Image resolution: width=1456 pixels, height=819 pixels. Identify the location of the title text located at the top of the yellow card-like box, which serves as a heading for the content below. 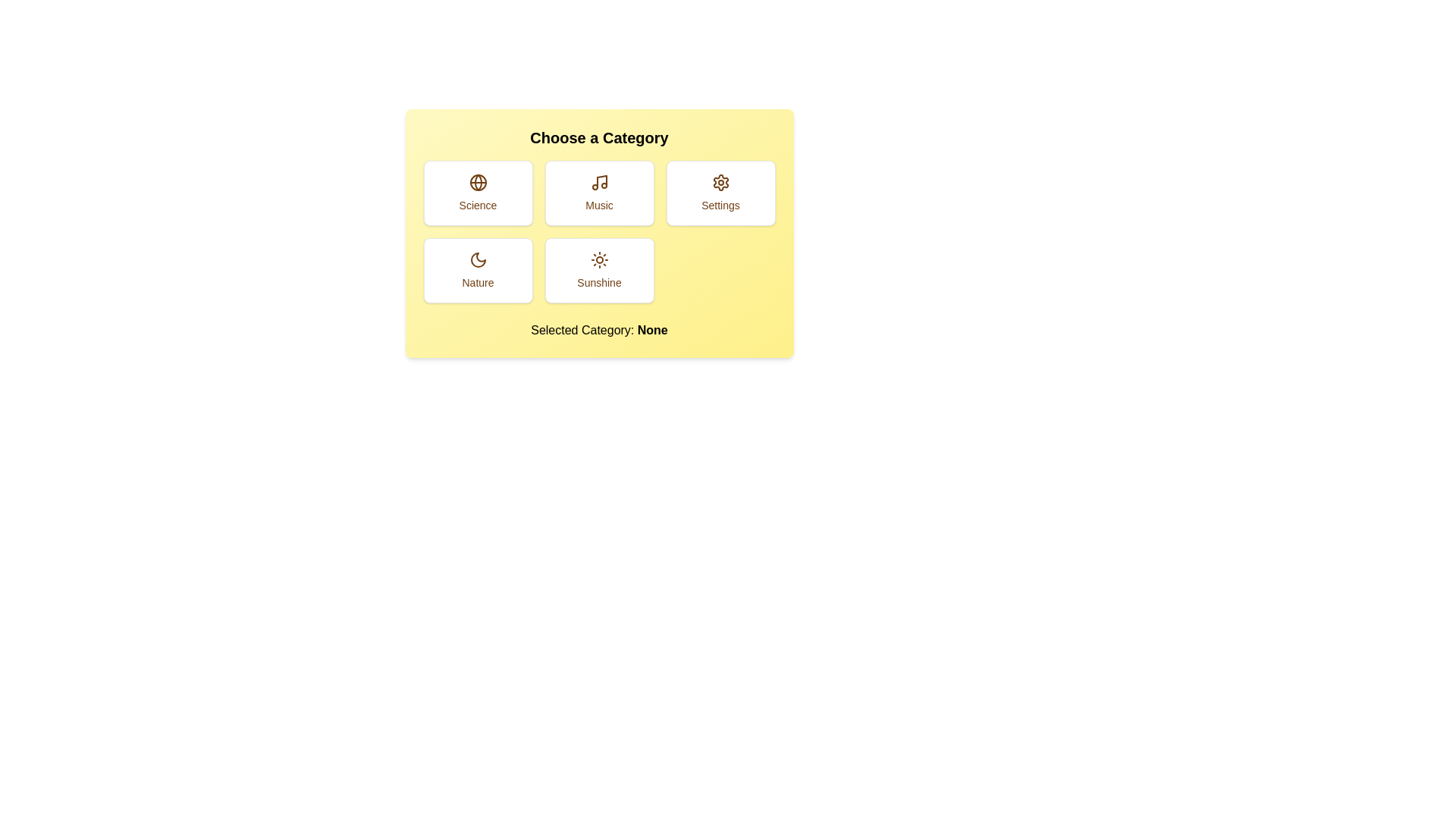
(598, 137).